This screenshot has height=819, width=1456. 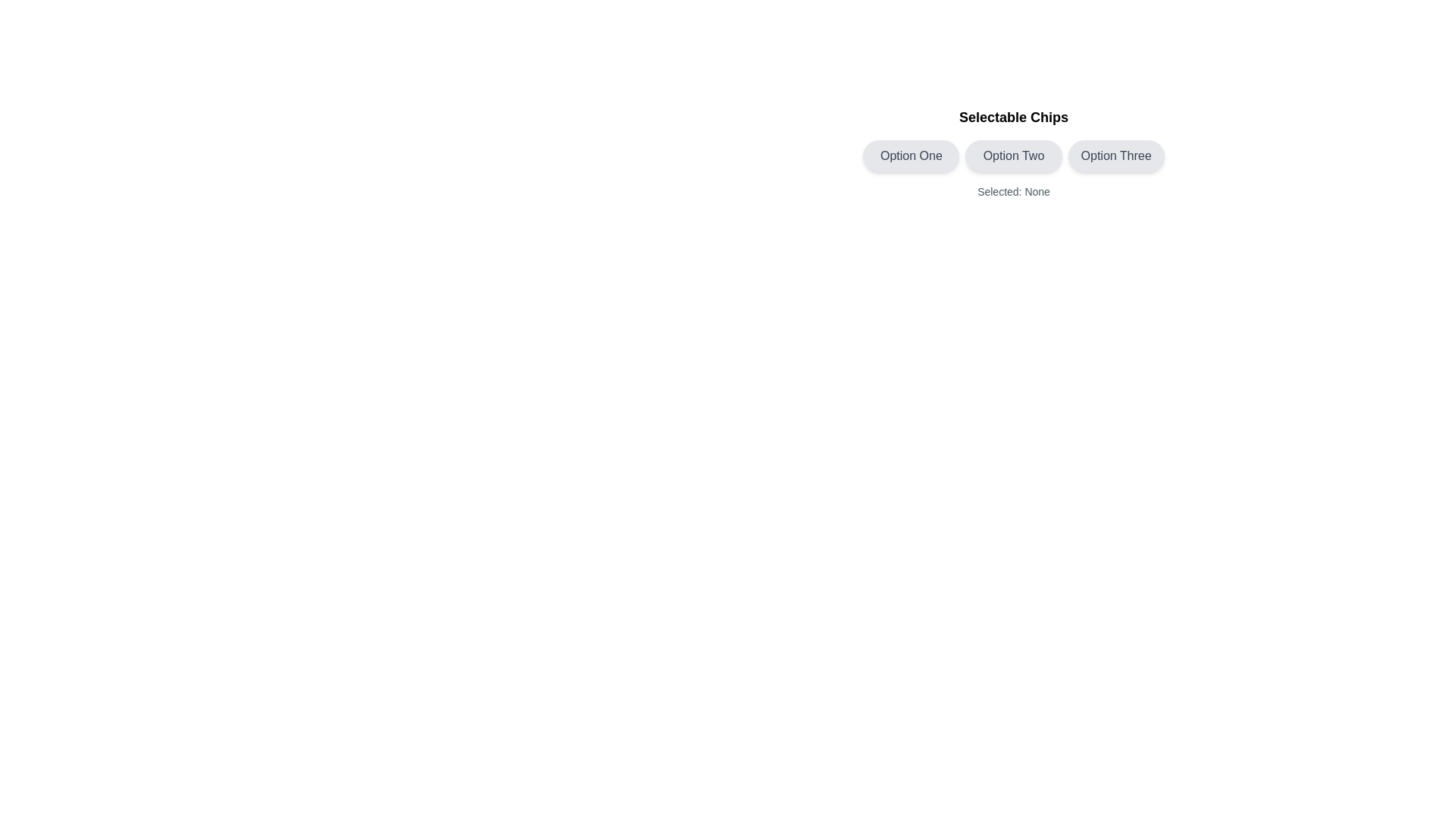 What do you see at coordinates (1014, 152) in the screenshot?
I see `one of the buttons in the 'Selectable Chips' section to make a selection` at bounding box center [1014, 152].